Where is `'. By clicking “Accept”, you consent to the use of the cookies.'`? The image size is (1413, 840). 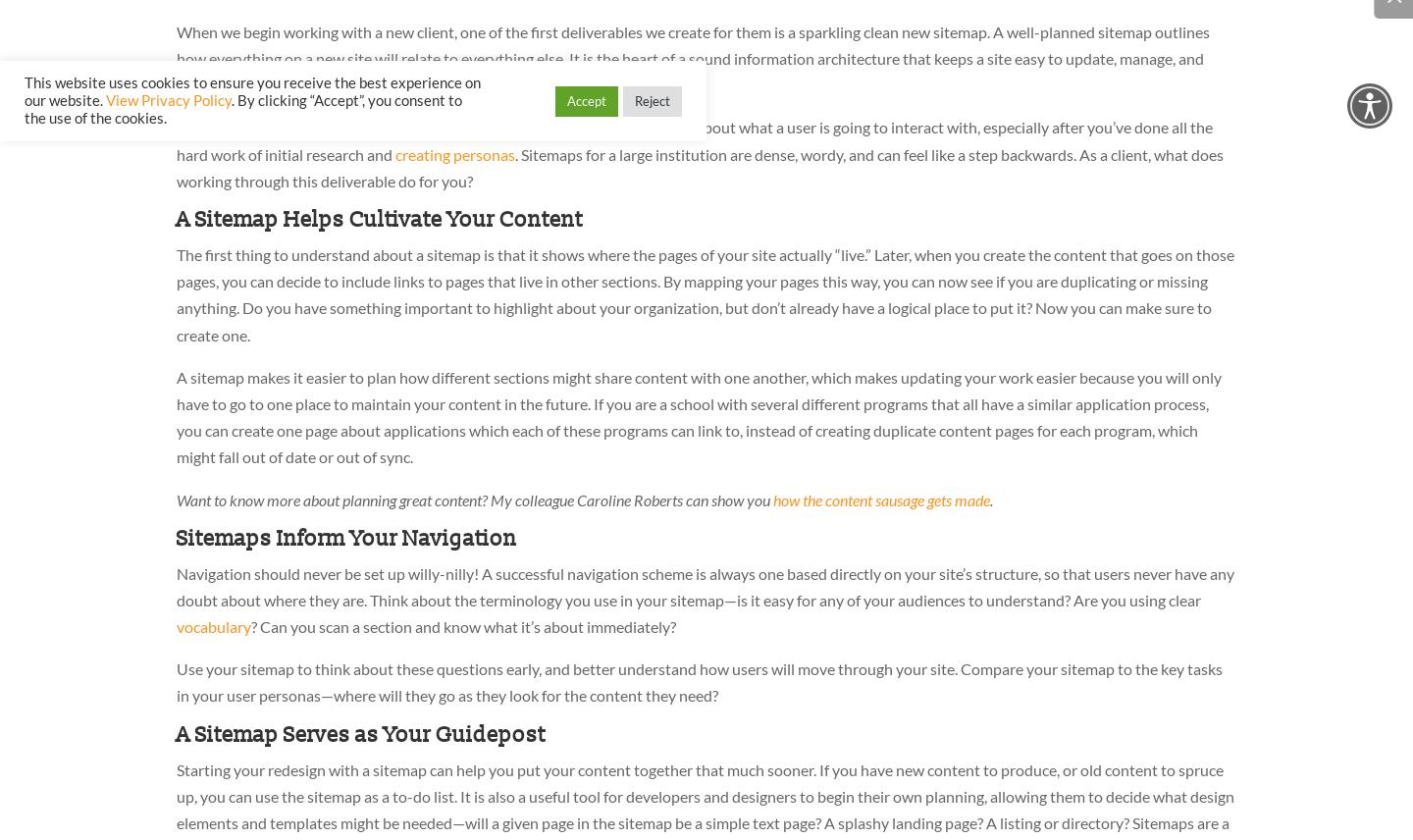
'. By clicking “Accept”, you consent to the use of the cookies.' is located at coordinates (241, 108).